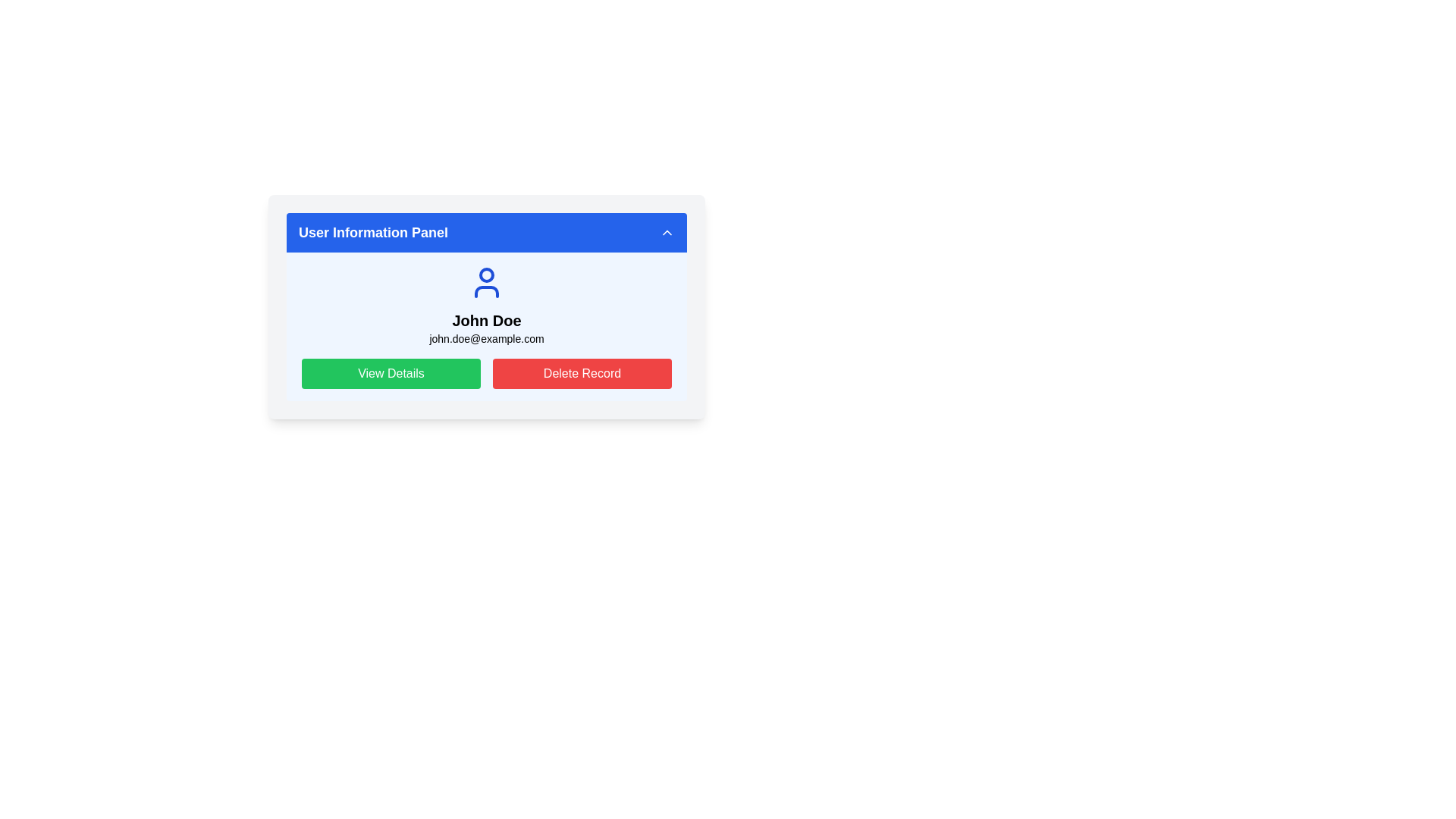 The image size is (1456, 819). Describe the element at coordinates (487, 283) in the screenshot. I see `the user icon, which is a blue circular head and shoulders line art, located at the top of the user information panel above the text 'John Doe' and 'john.doe@example.com'` at that location.